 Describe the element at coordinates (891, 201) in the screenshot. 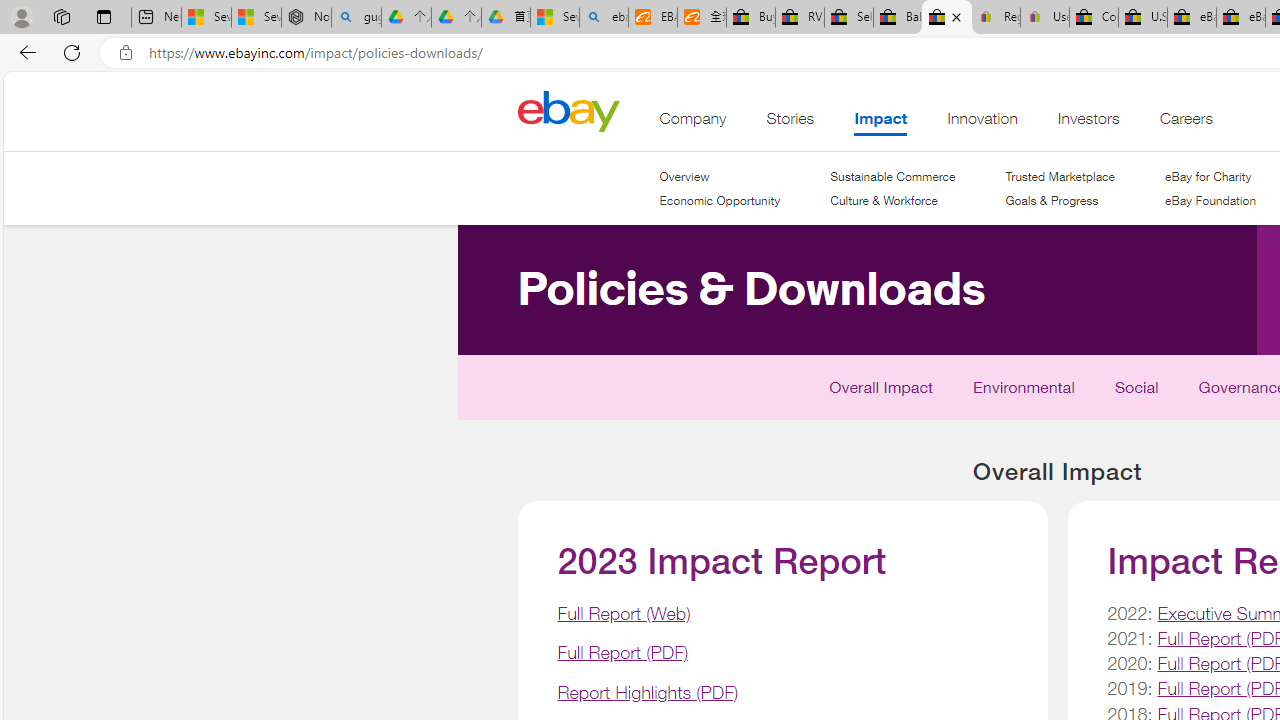

I see `'Culture & Workforce'` at that location.